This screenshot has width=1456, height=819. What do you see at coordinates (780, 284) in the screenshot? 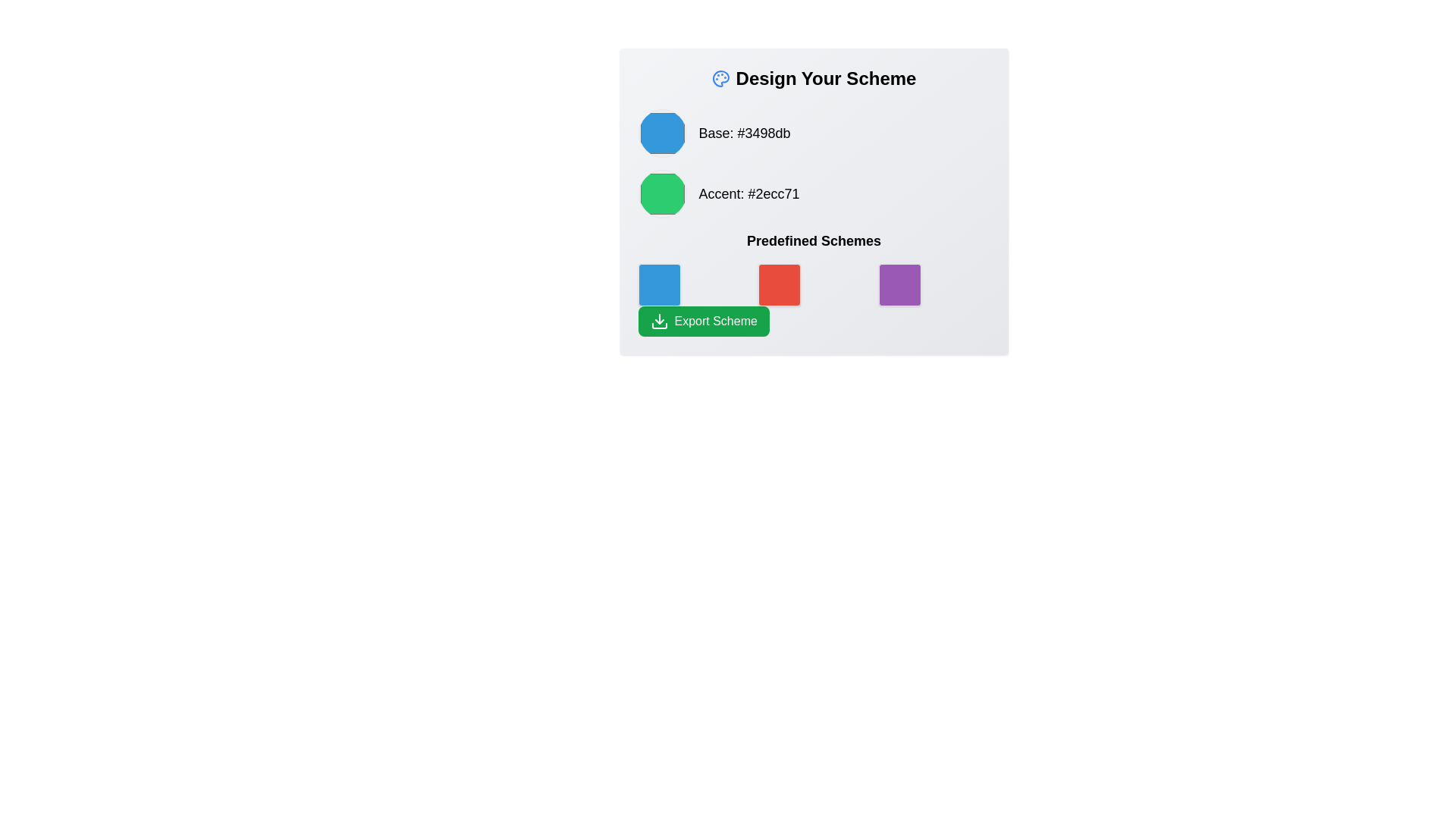
I see `the second colored square in the 'Predefined Schemes' section` at bounding box center [780, 284].